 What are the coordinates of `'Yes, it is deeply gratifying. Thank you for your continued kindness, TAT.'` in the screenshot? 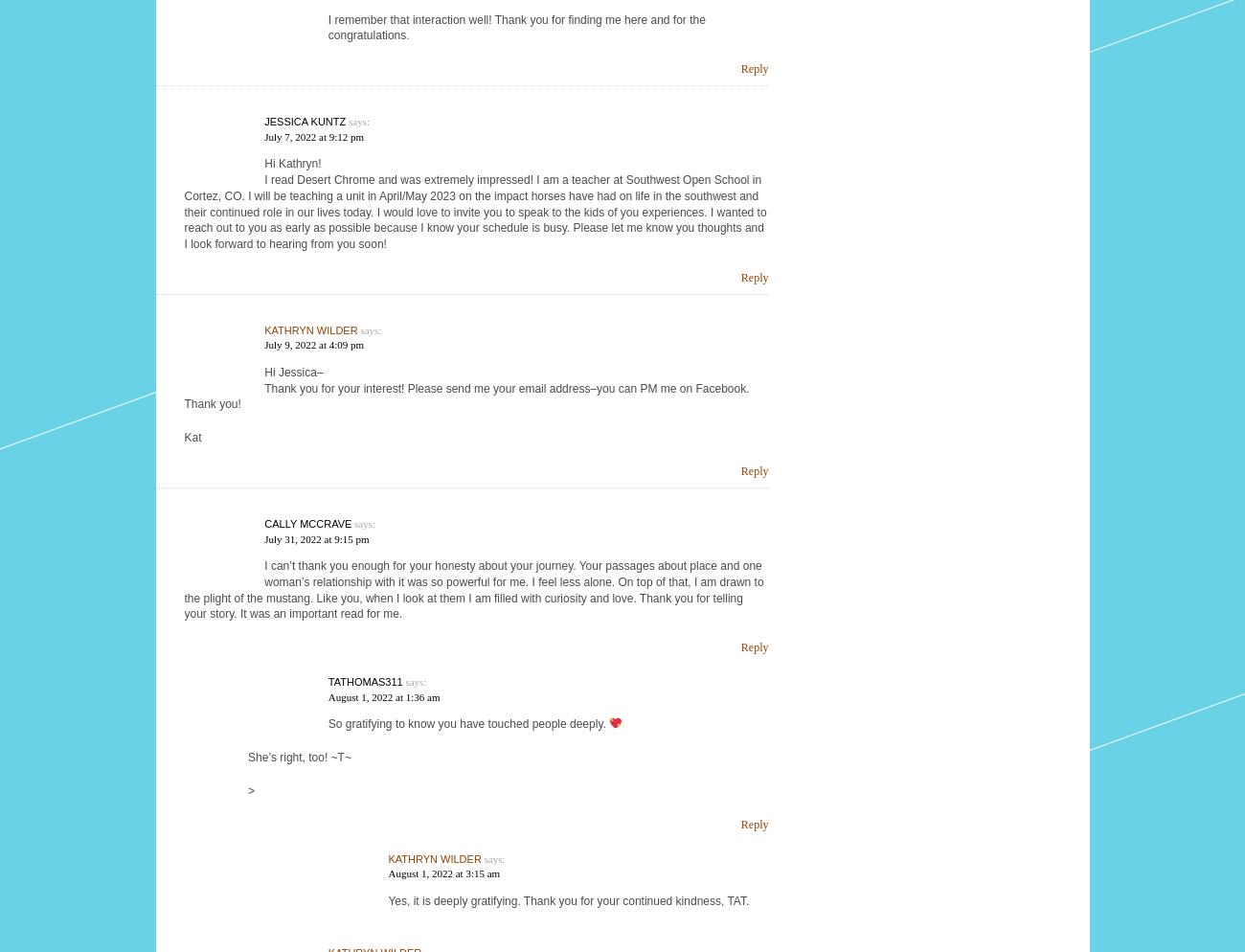 It's located at (387, 900).